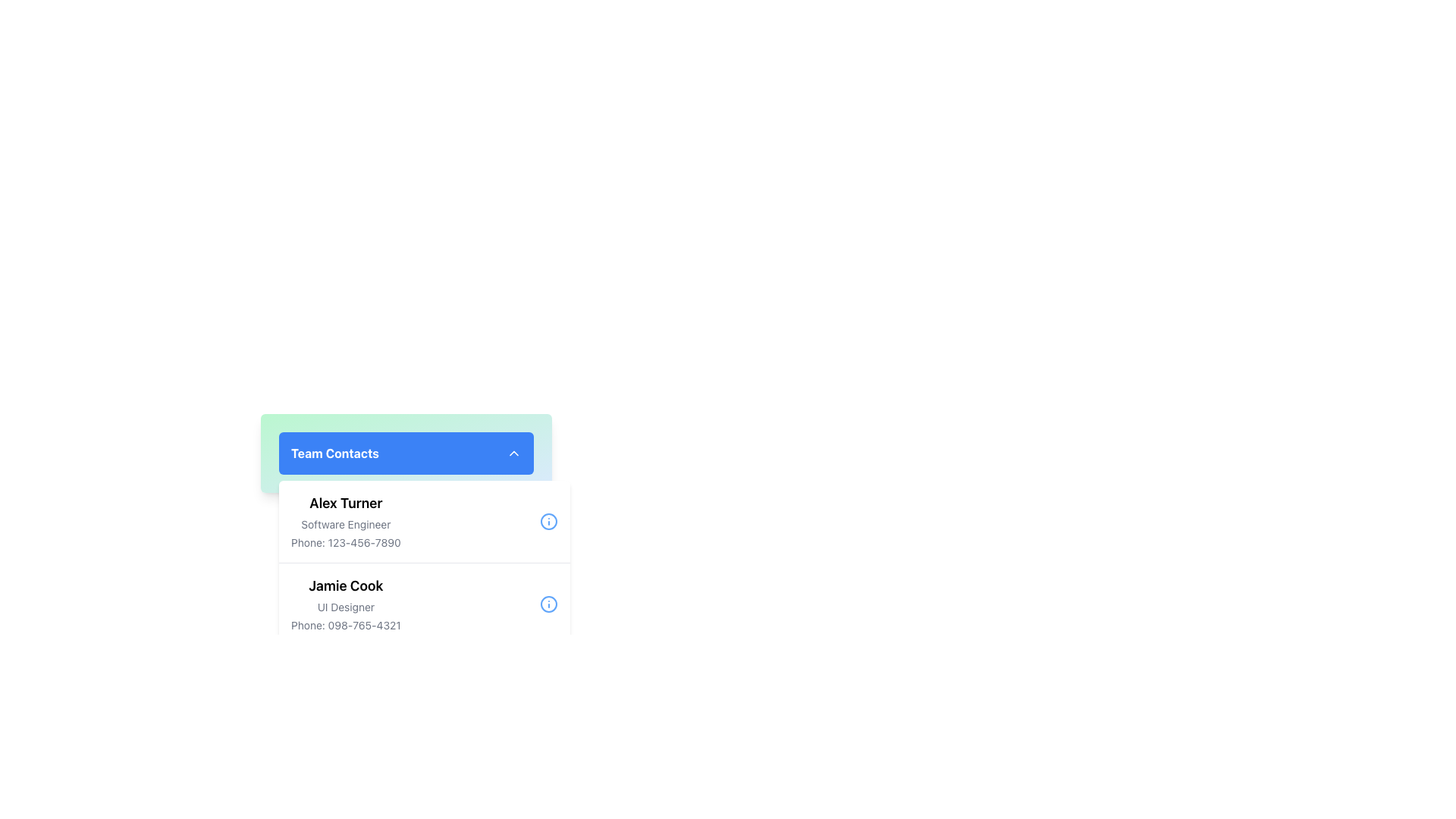 Image resolution: width=1456 pixels, height=819 pixels. I want to click on the Contact Information Section for 'Jamie Cook', which includes the name, title, and phone number, so click(425, 603).